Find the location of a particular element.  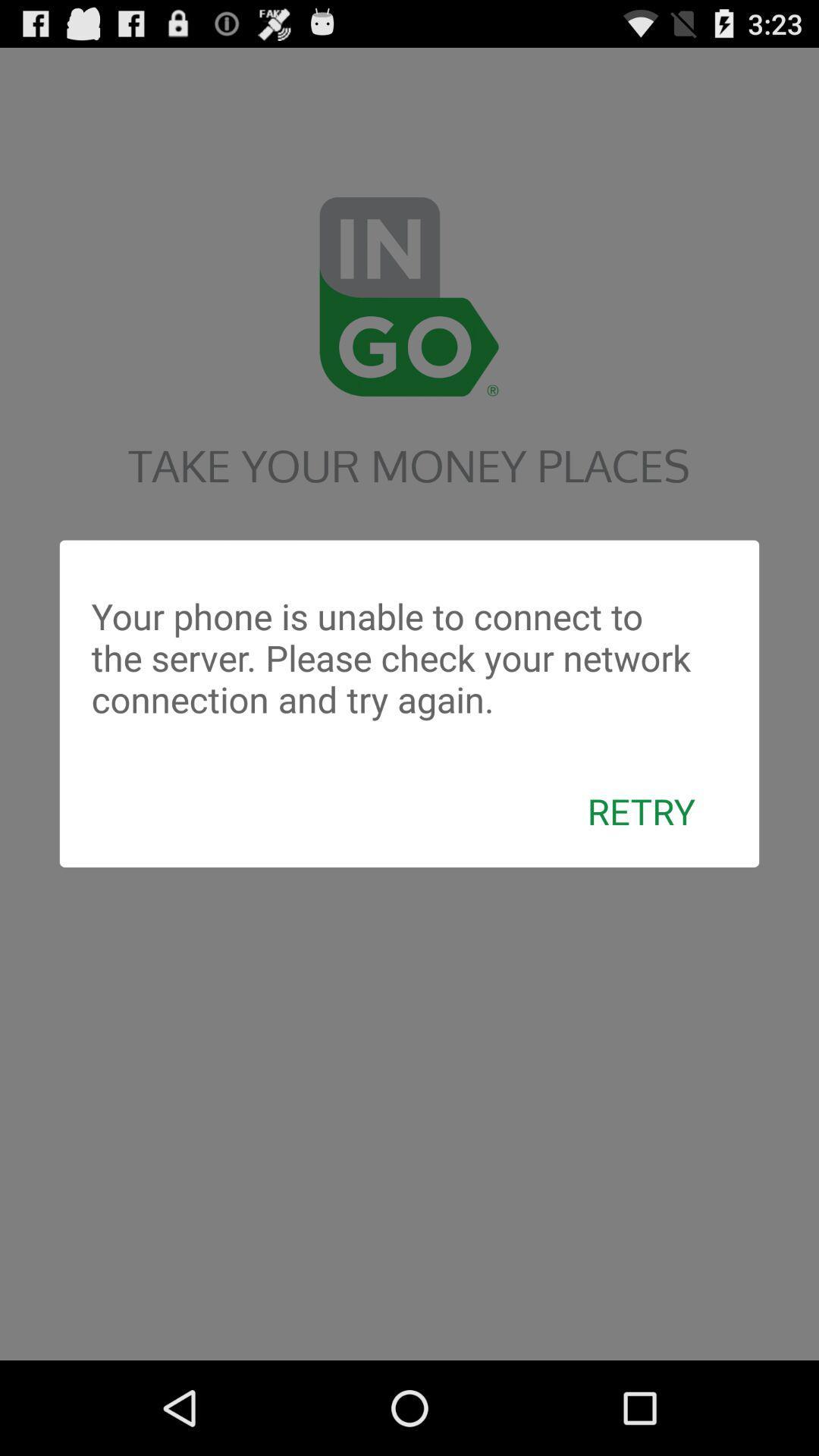

retry icon is located at coordinates (641, 810).